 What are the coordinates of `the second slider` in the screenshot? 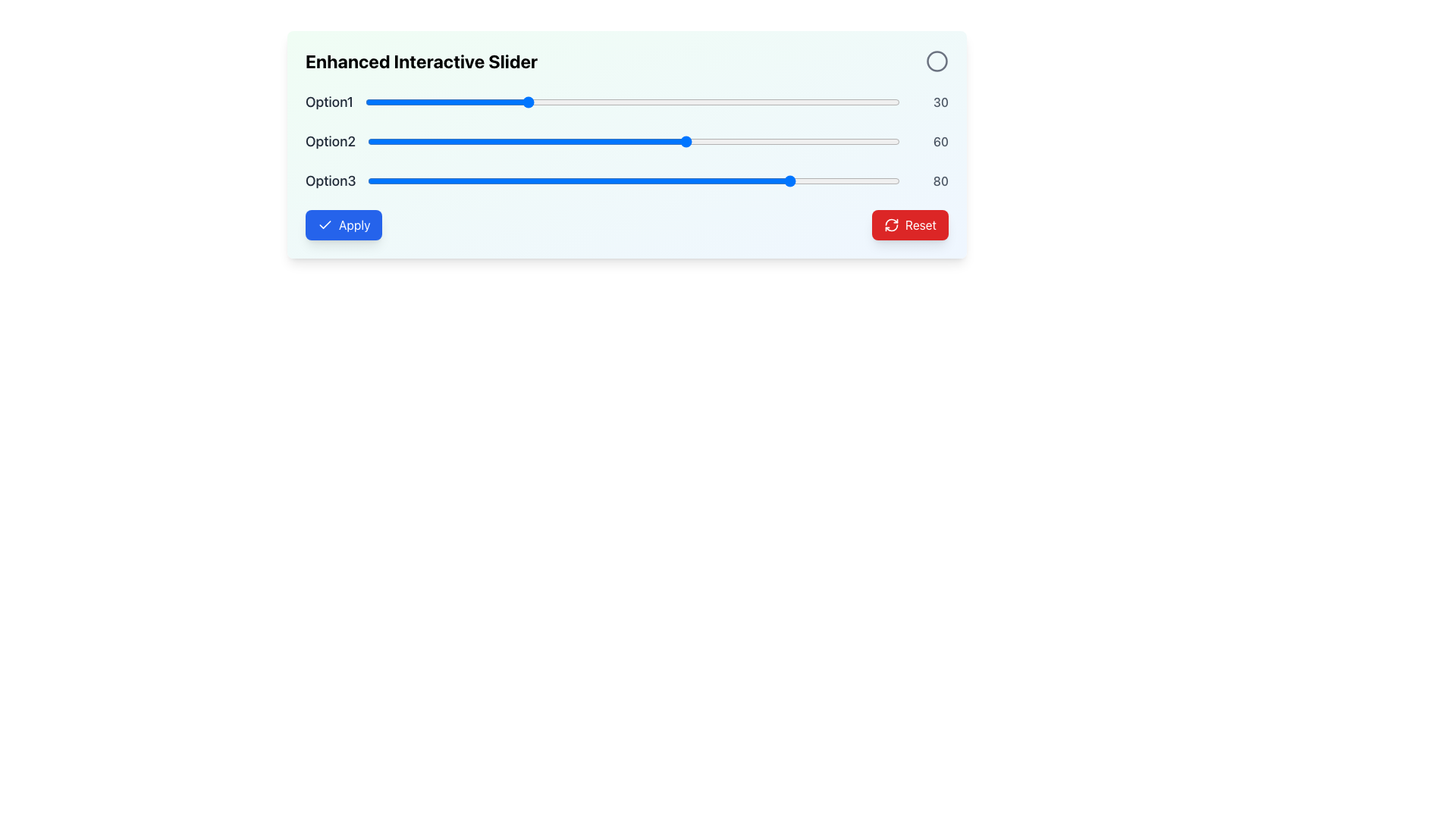 It's located at (626, 141).